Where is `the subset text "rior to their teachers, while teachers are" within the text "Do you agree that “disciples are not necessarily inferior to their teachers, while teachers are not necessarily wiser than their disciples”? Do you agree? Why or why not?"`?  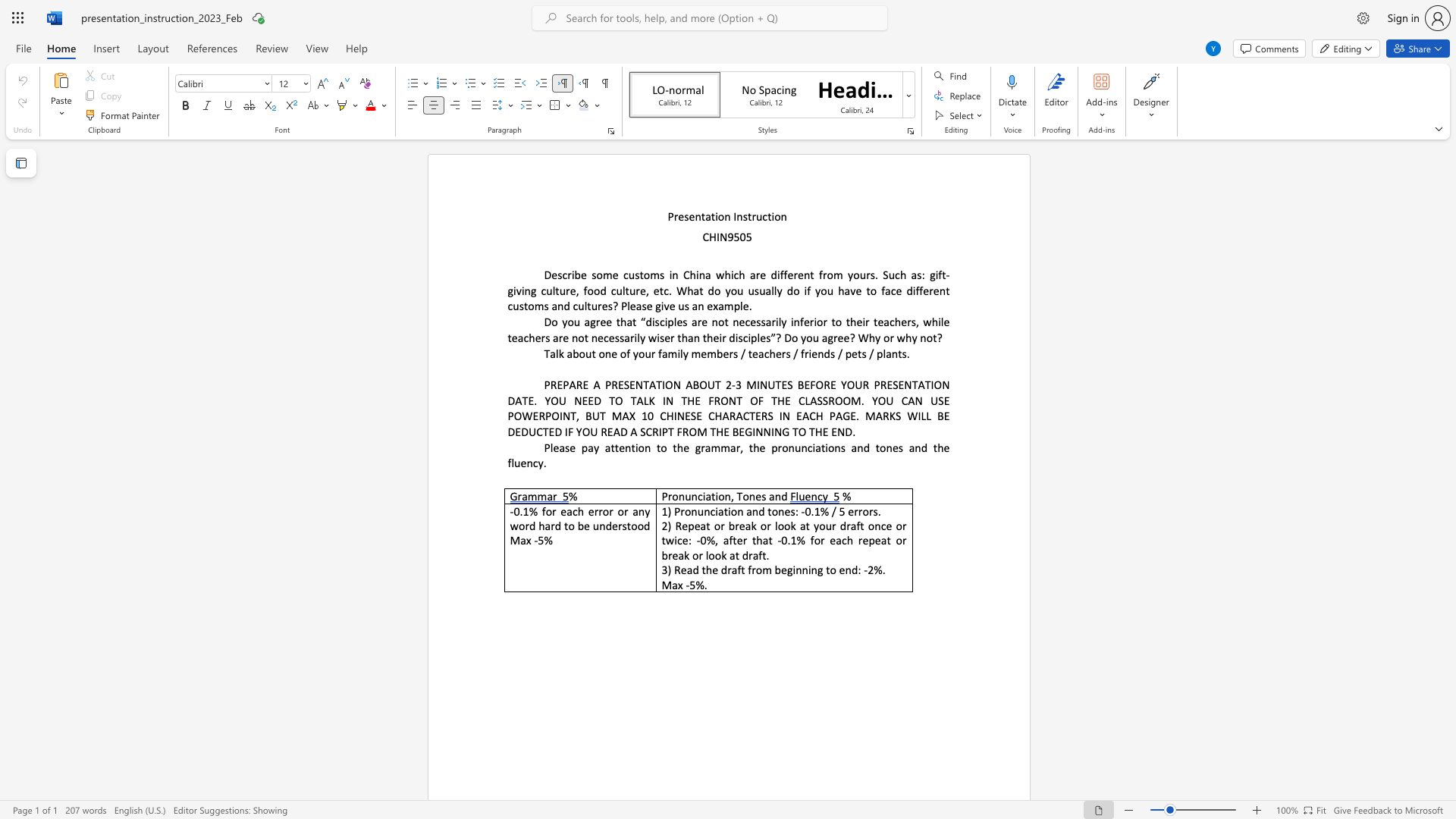
the subset text "rior to their teachers, while teachers are" within the text "Do you agree that “disciples are not necessarily inferior to their teachers, while teachers are not necessarily wiser than their disciples”? Do you agree? Why or why not?" is located at coordinates (808, 321).